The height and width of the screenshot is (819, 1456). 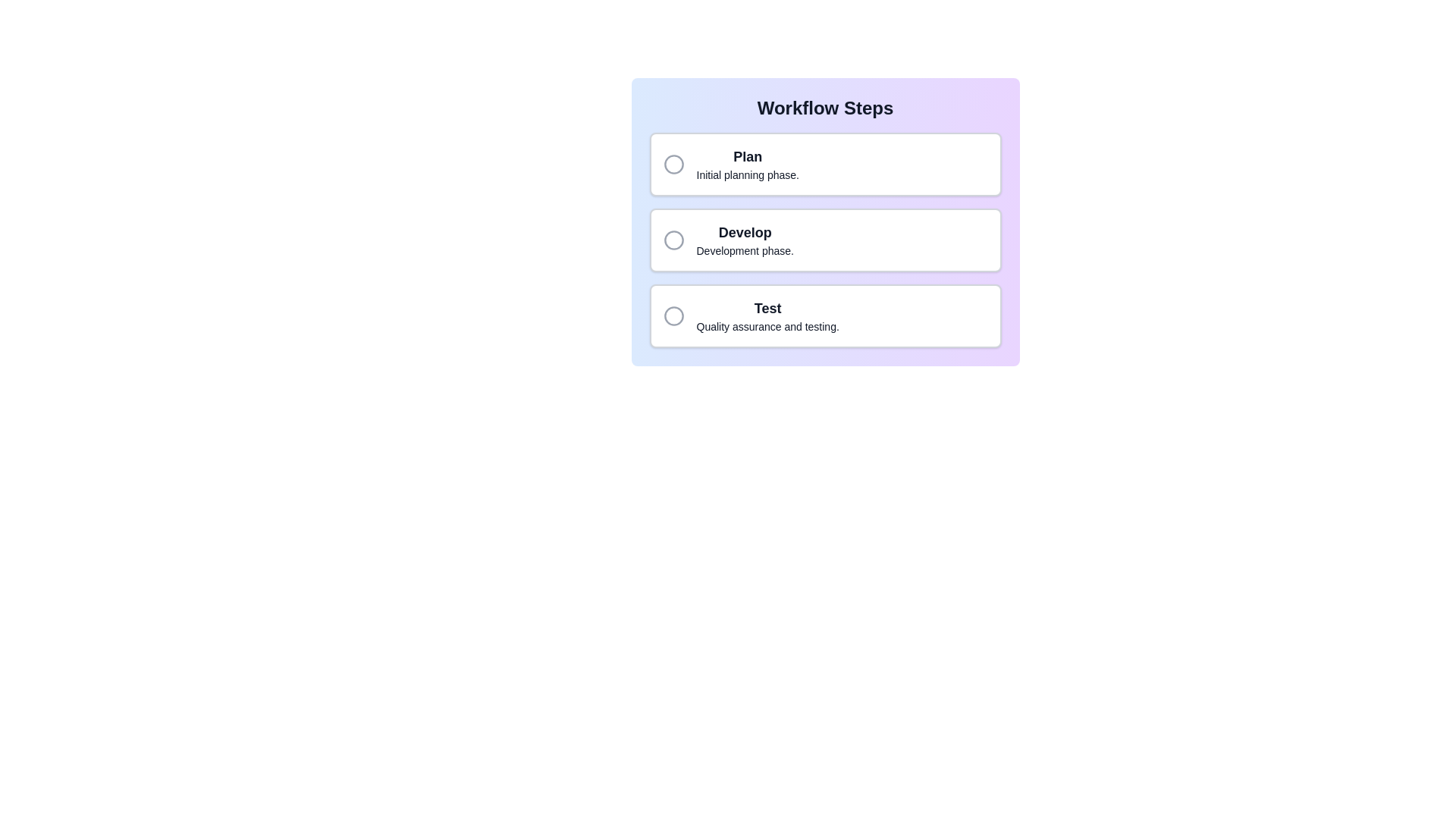 I want to click on the first radio button labeled 'Plan', so click(x=824, y=164).